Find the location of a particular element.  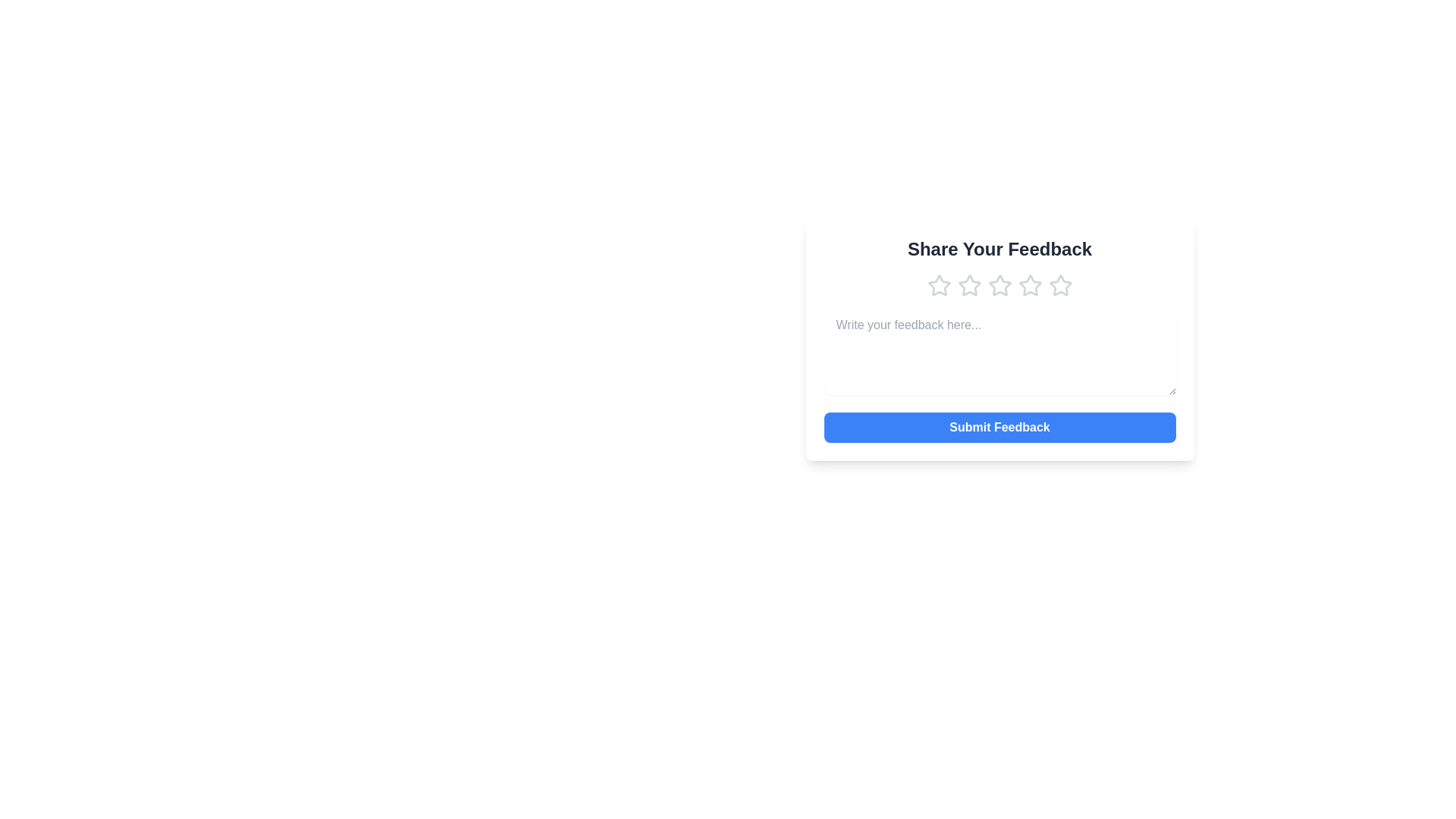

the fourth star-shaped button is located at coordinates (1030, 286).